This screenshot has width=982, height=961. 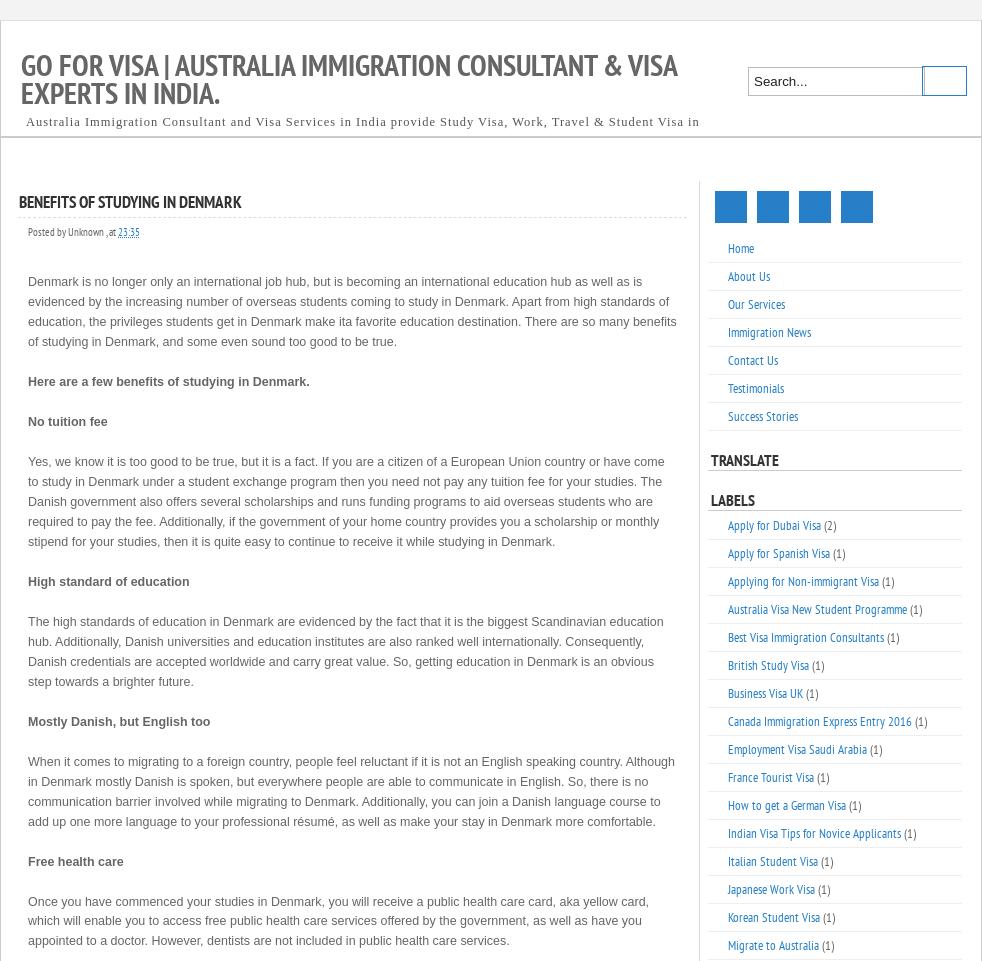 I want to click on 'About Us', so click(x=748, y=276).